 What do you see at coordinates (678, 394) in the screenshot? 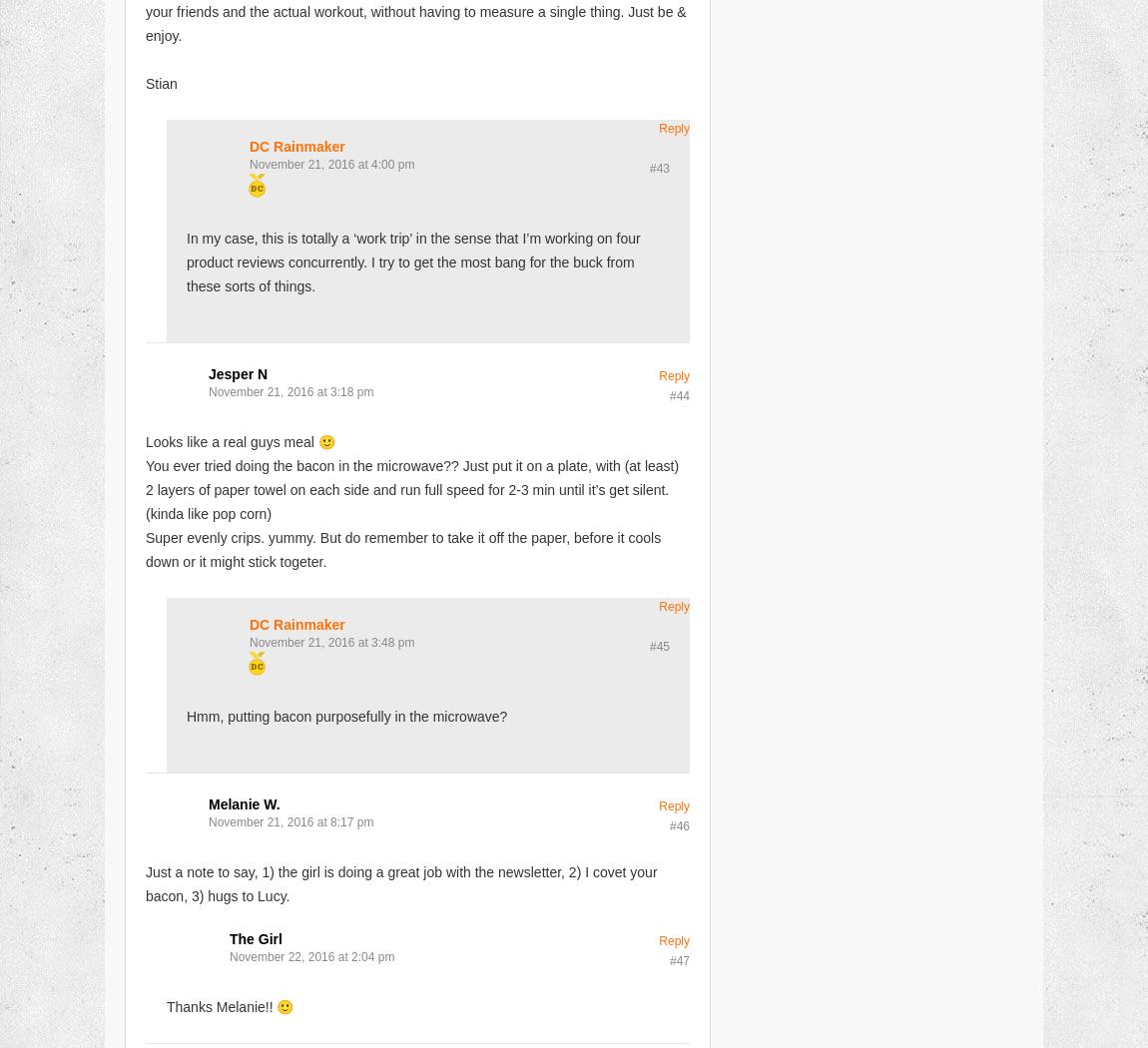
I see `'#44'` at bounding box center [678, 394].